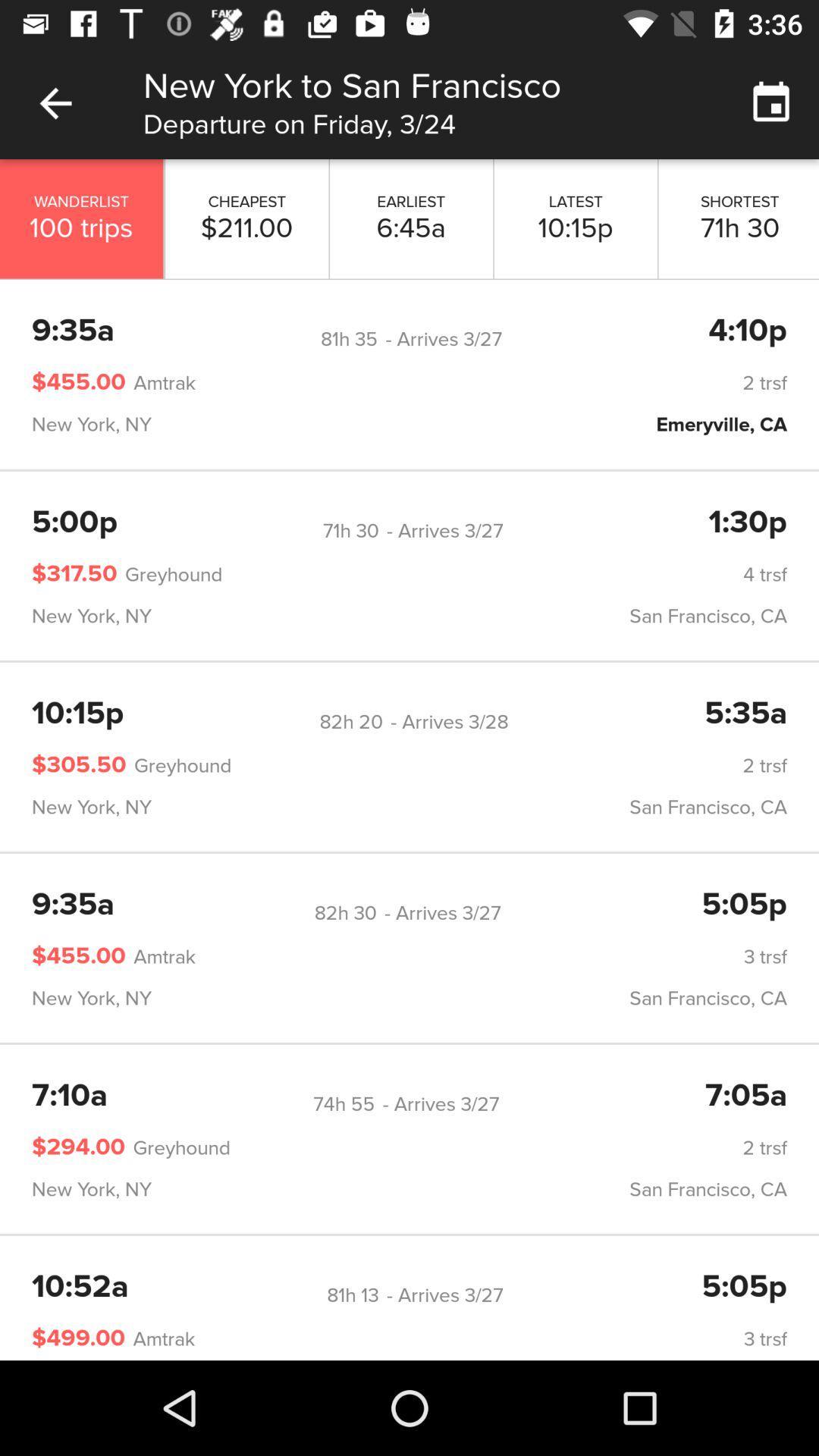 This screenshot has height=1456, width=819. What do you see at coordinates (344, 1104) in the screenshot?
I see `the item below new york, ny` at bounding box center [344, 1104].